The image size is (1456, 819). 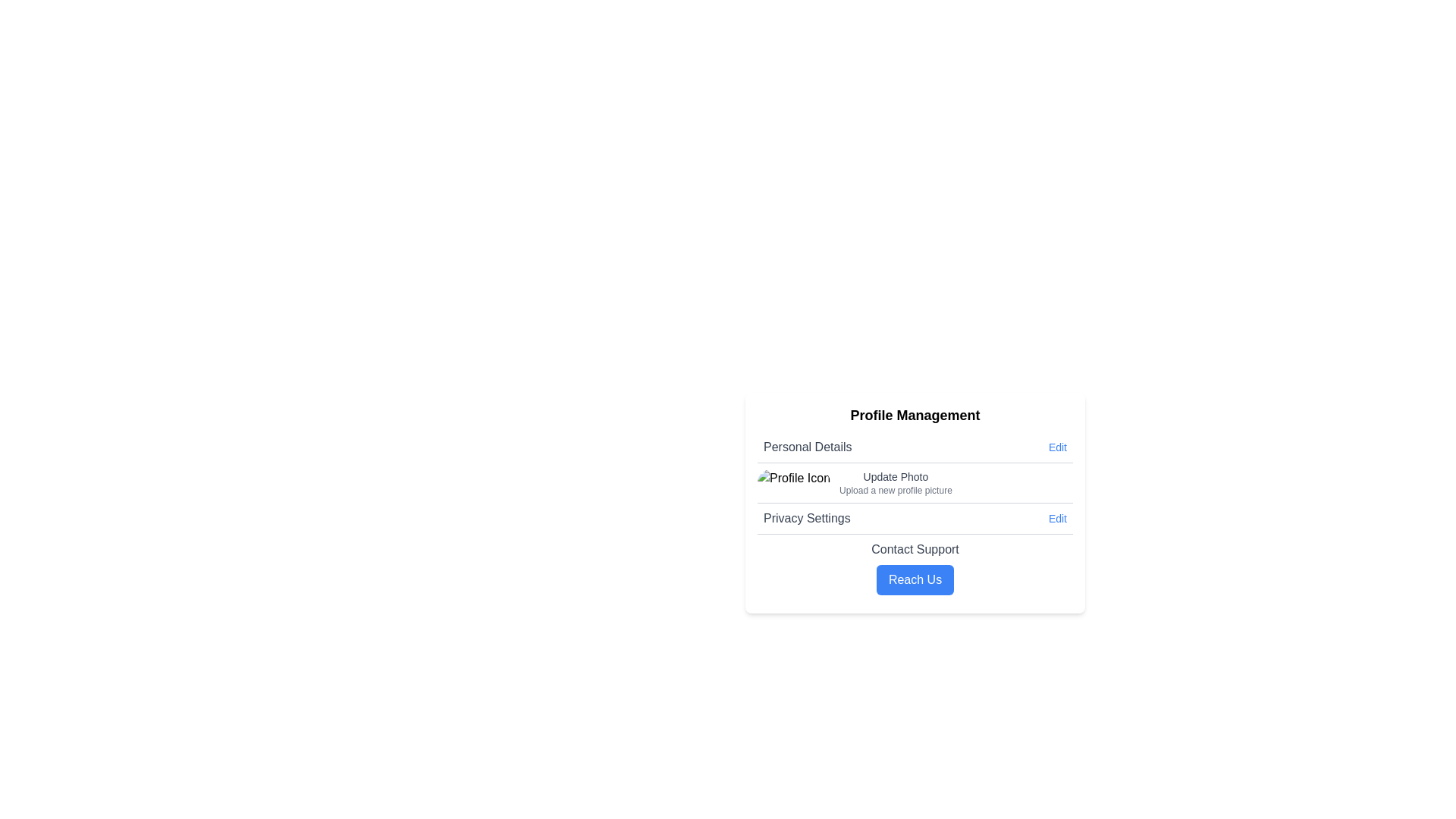 What do you see at coordinates (914, 503) in the screenshot?
I see `the Separator line located below the 'Update Photo' section, which visually separates it from the 'Privacy Settings' section` at bounding box center [914, 503].